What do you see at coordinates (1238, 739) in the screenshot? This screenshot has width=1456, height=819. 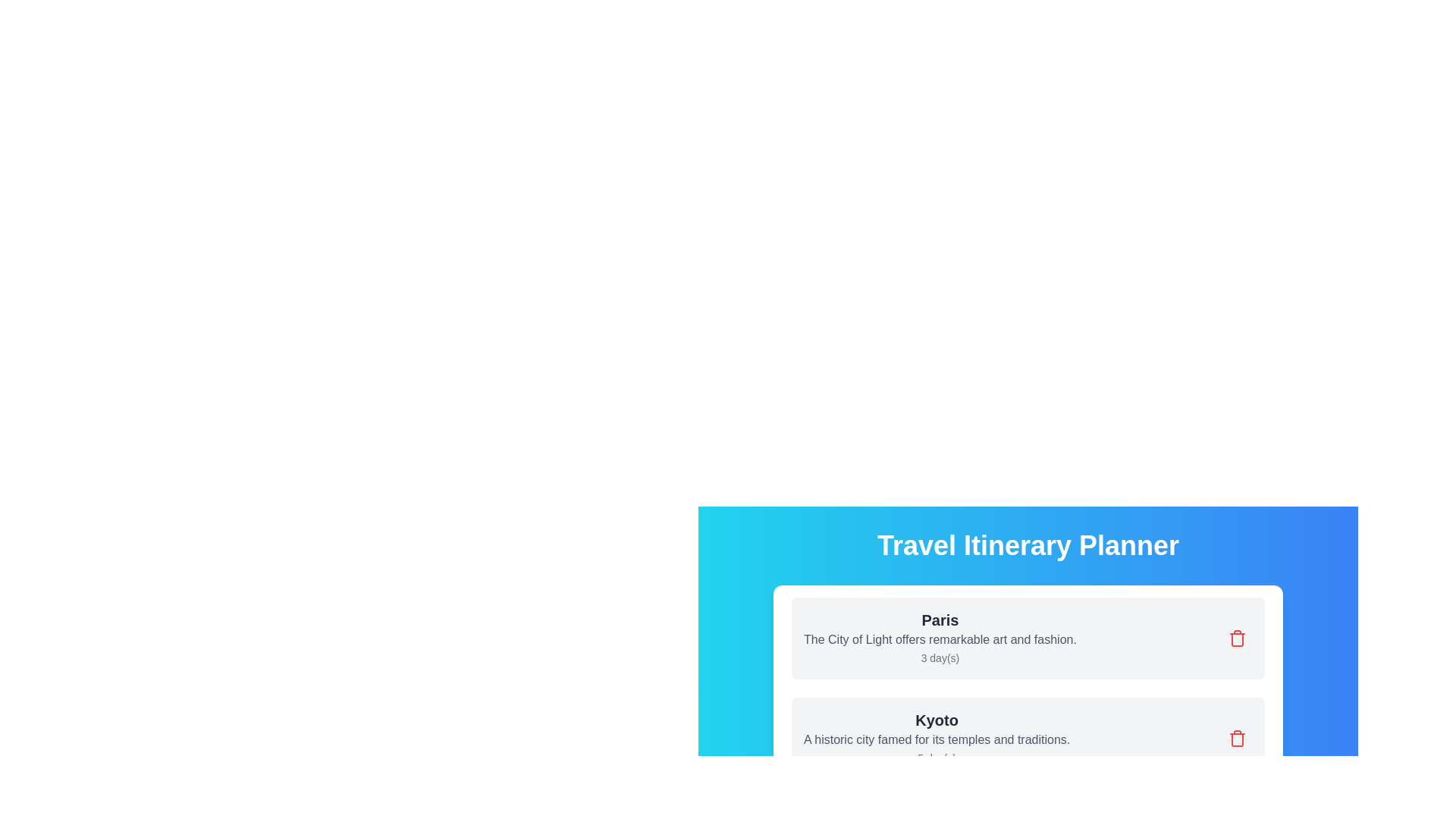 I see `the decorative graphical component of the trash can icon, which represents the delete functionality for the list item labeled 'Paris'` at bounding box center [1238, 739].